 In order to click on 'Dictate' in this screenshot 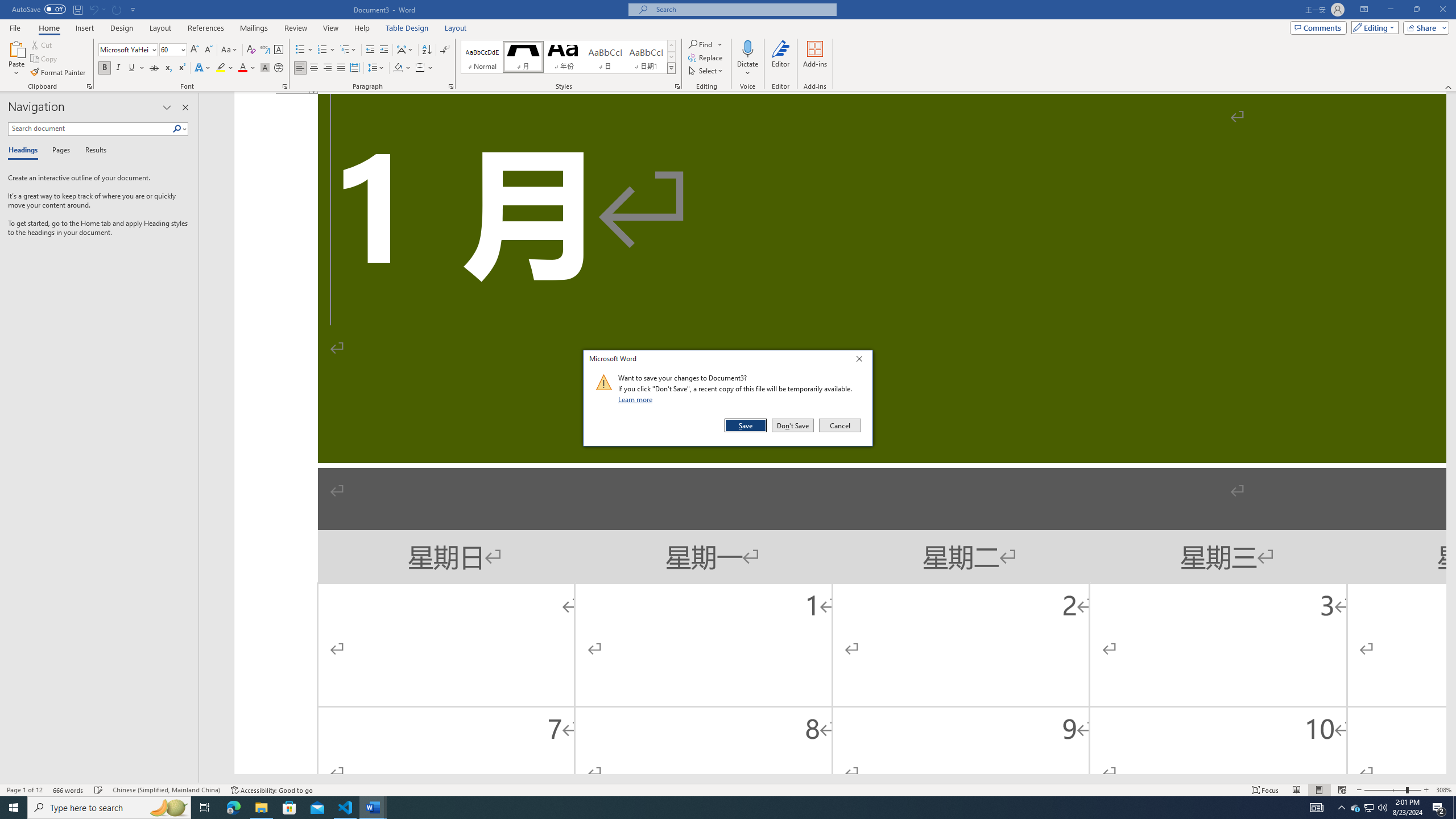, I will do `click(747, 59)`.